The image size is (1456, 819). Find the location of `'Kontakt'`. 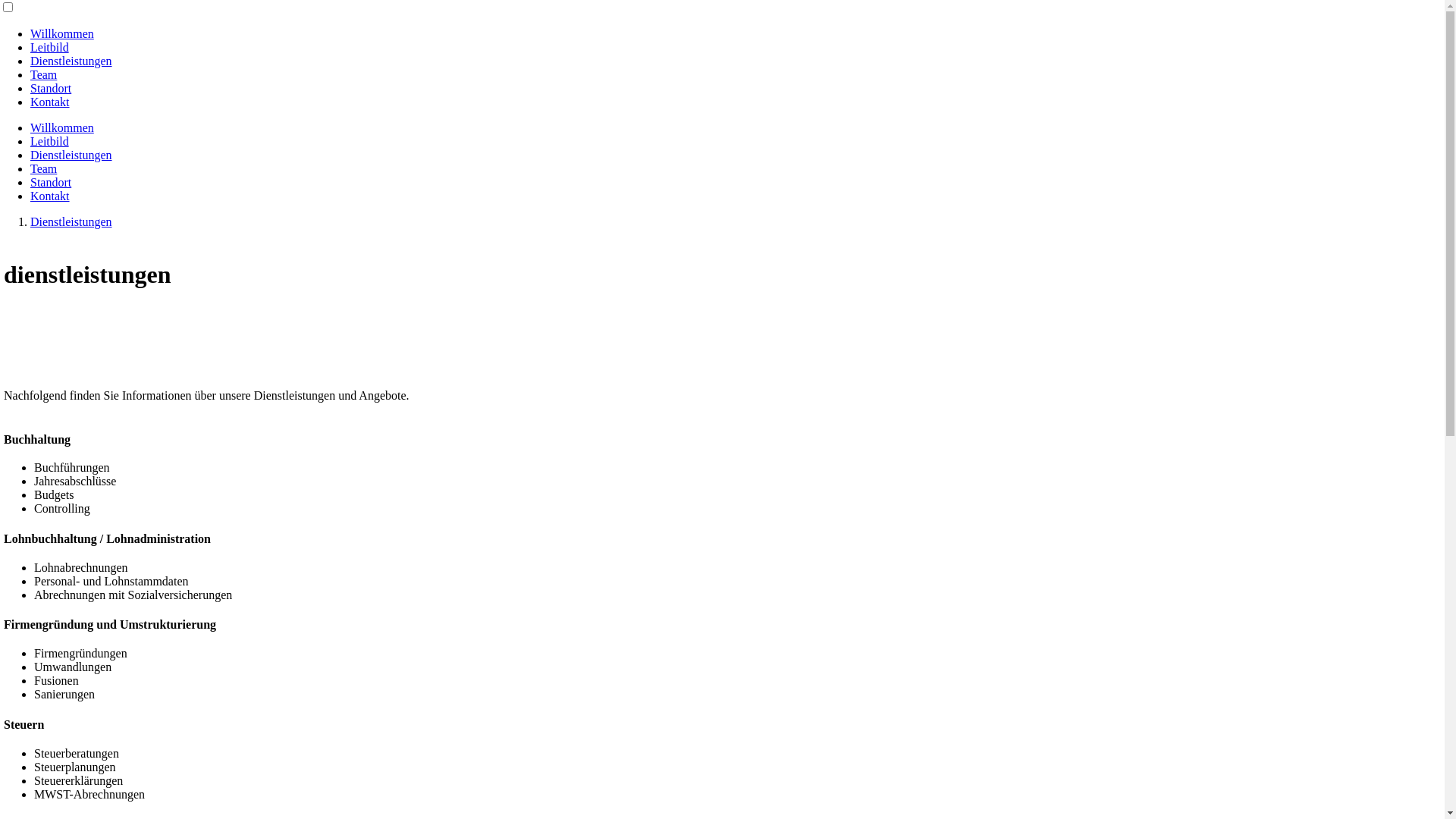

'Kontakt' is located at coordinates (50, 195).